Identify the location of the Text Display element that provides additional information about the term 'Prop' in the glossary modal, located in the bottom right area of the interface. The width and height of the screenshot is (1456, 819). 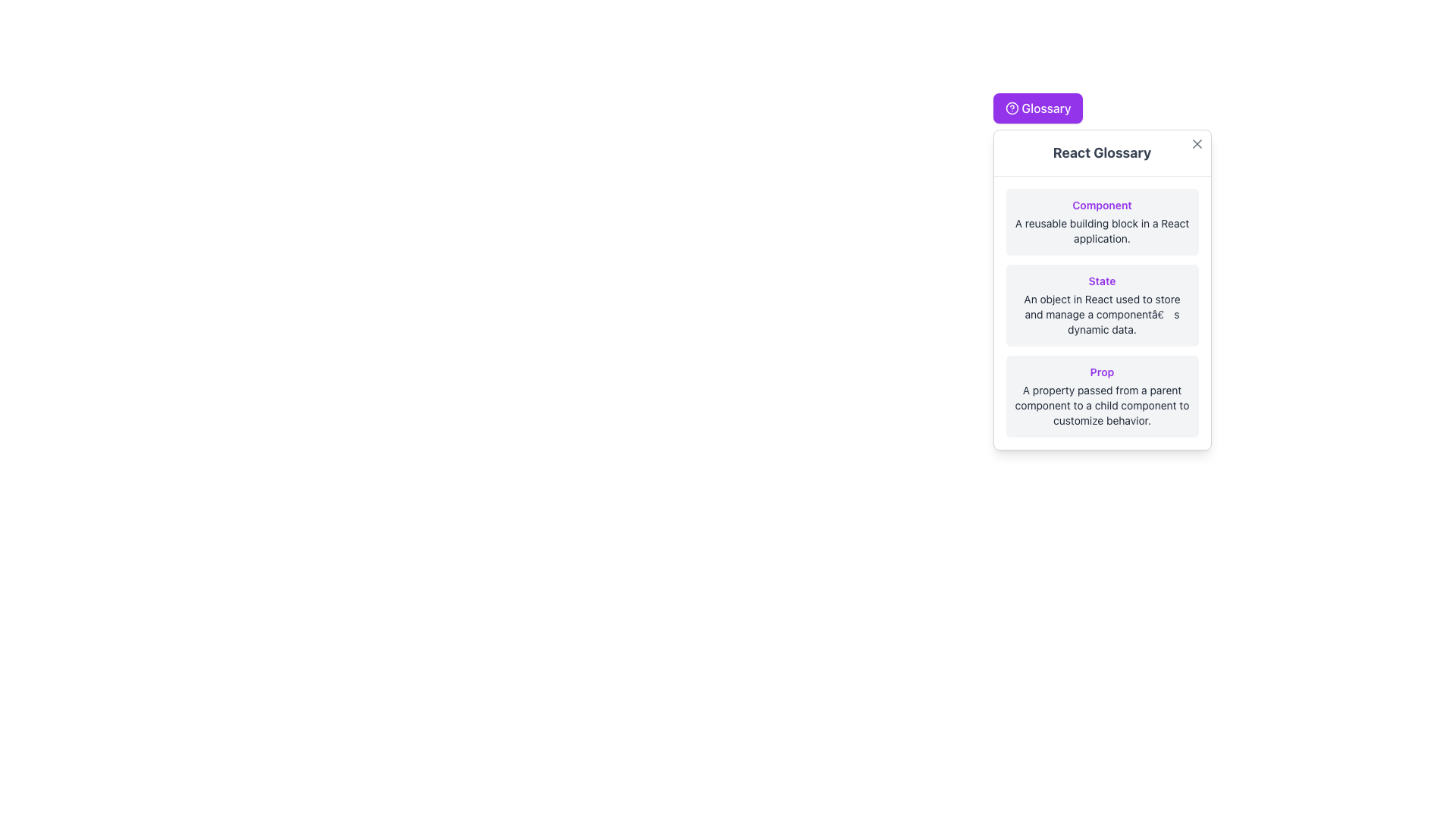
(1102, 405).